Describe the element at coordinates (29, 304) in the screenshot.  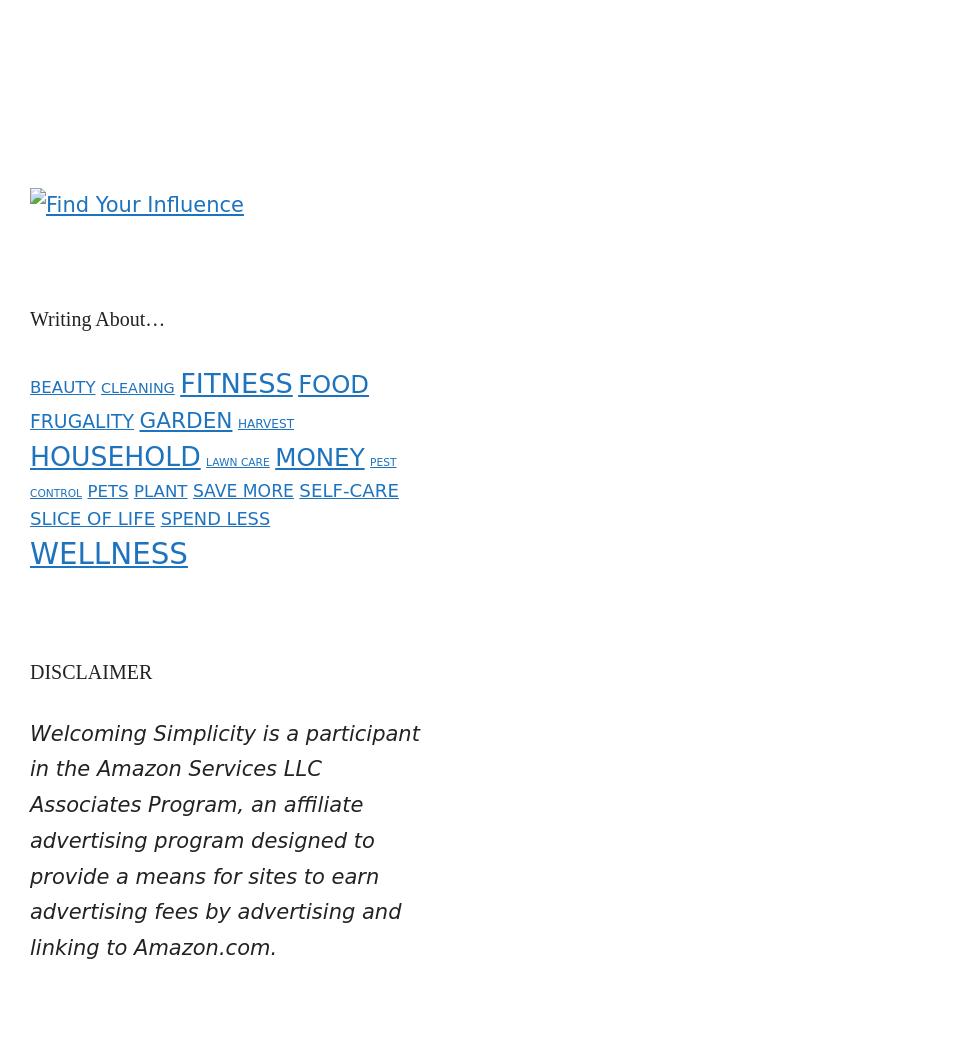
I see `'Writing About…'` at that location.